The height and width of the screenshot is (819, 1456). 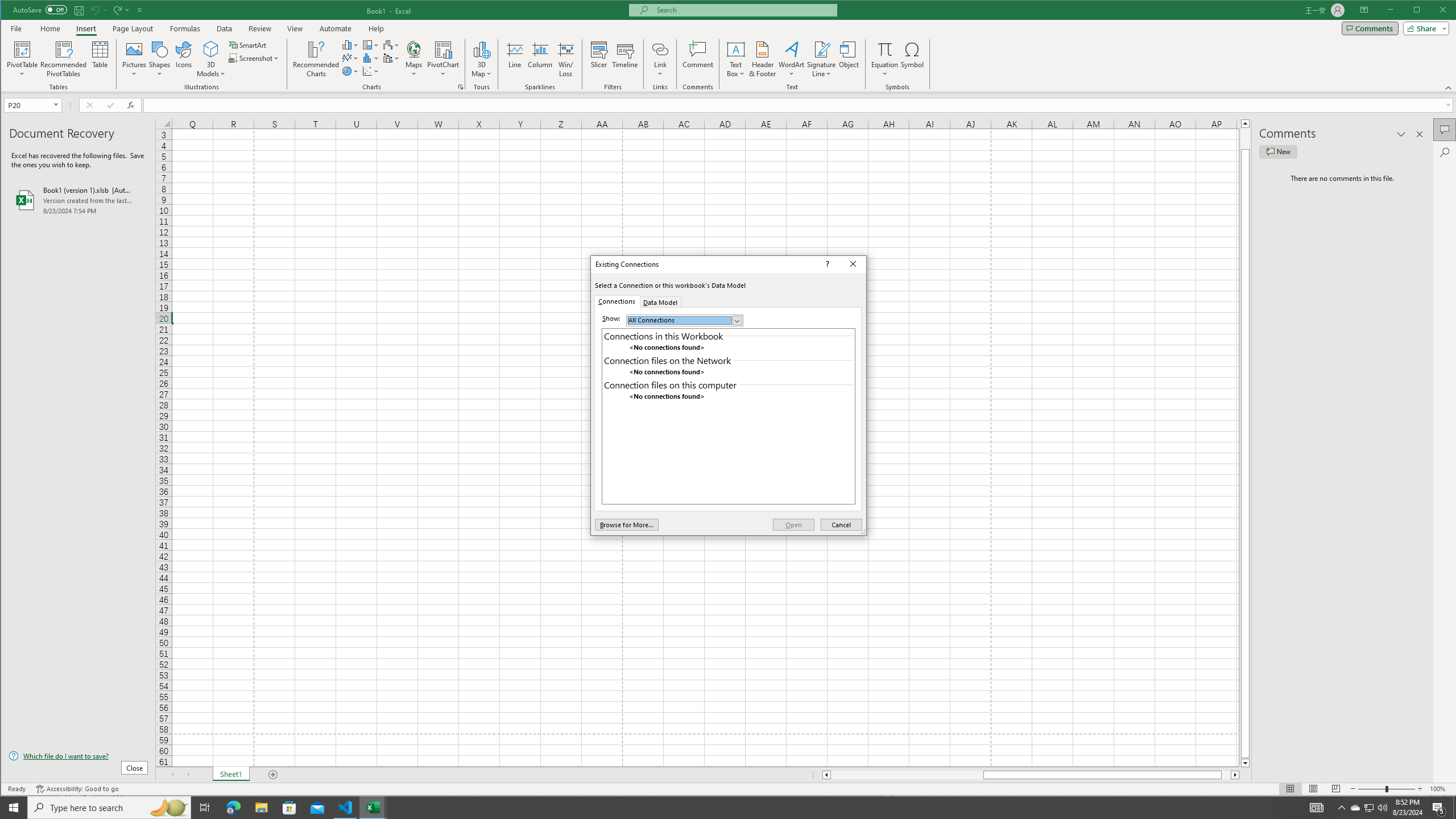 What do you see at coordinates (728, 384) in the screenshot?
I see `'Connection files on this computer'` at bounding box center [728, 384].